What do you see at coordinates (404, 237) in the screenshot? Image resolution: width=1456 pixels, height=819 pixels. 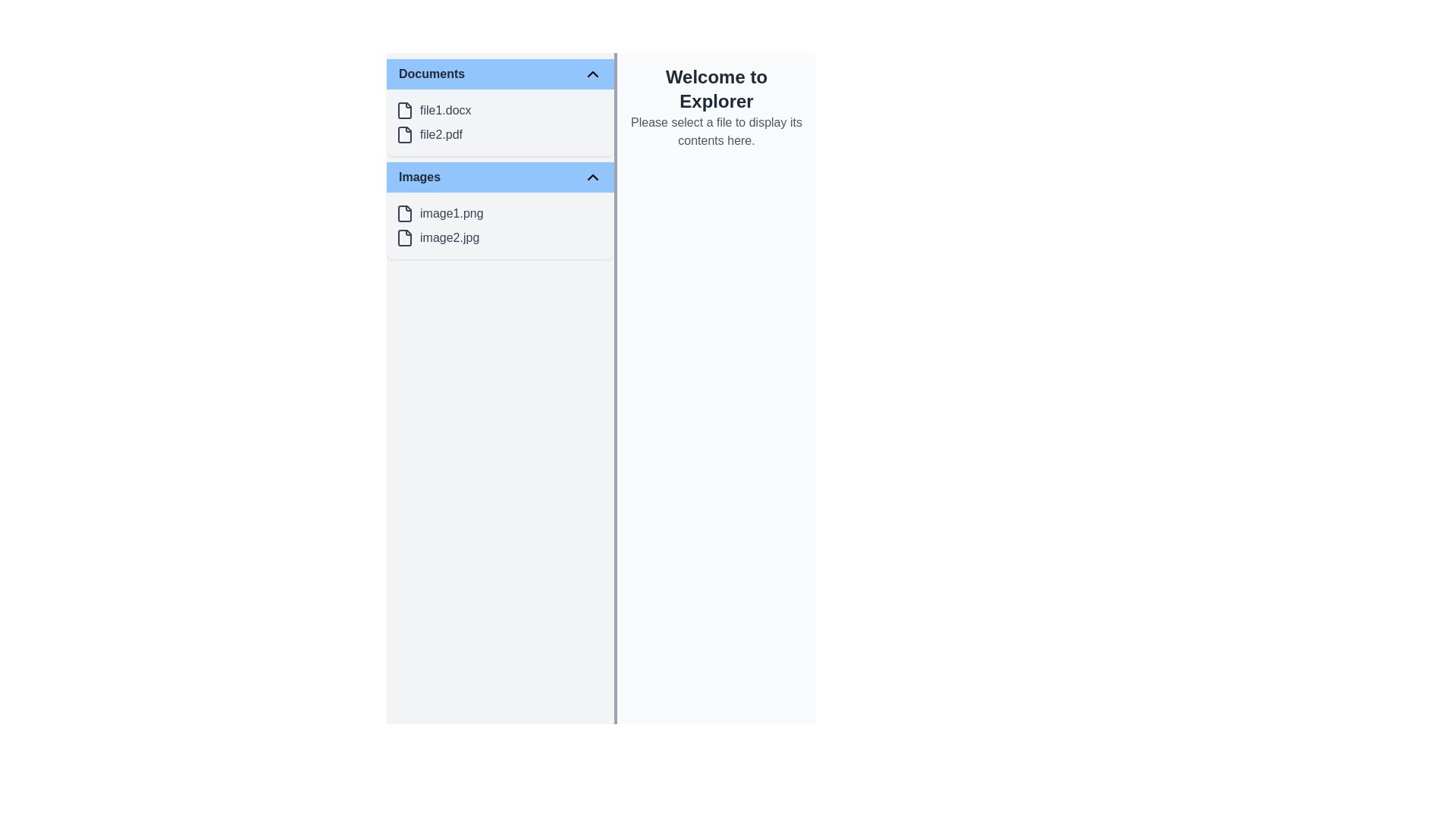 I see `the file type icon located in the 'Images' section, adjacent to the 'image2.jpg' text, to provide a visual cue for file identification` at bounding box center [404, 237].